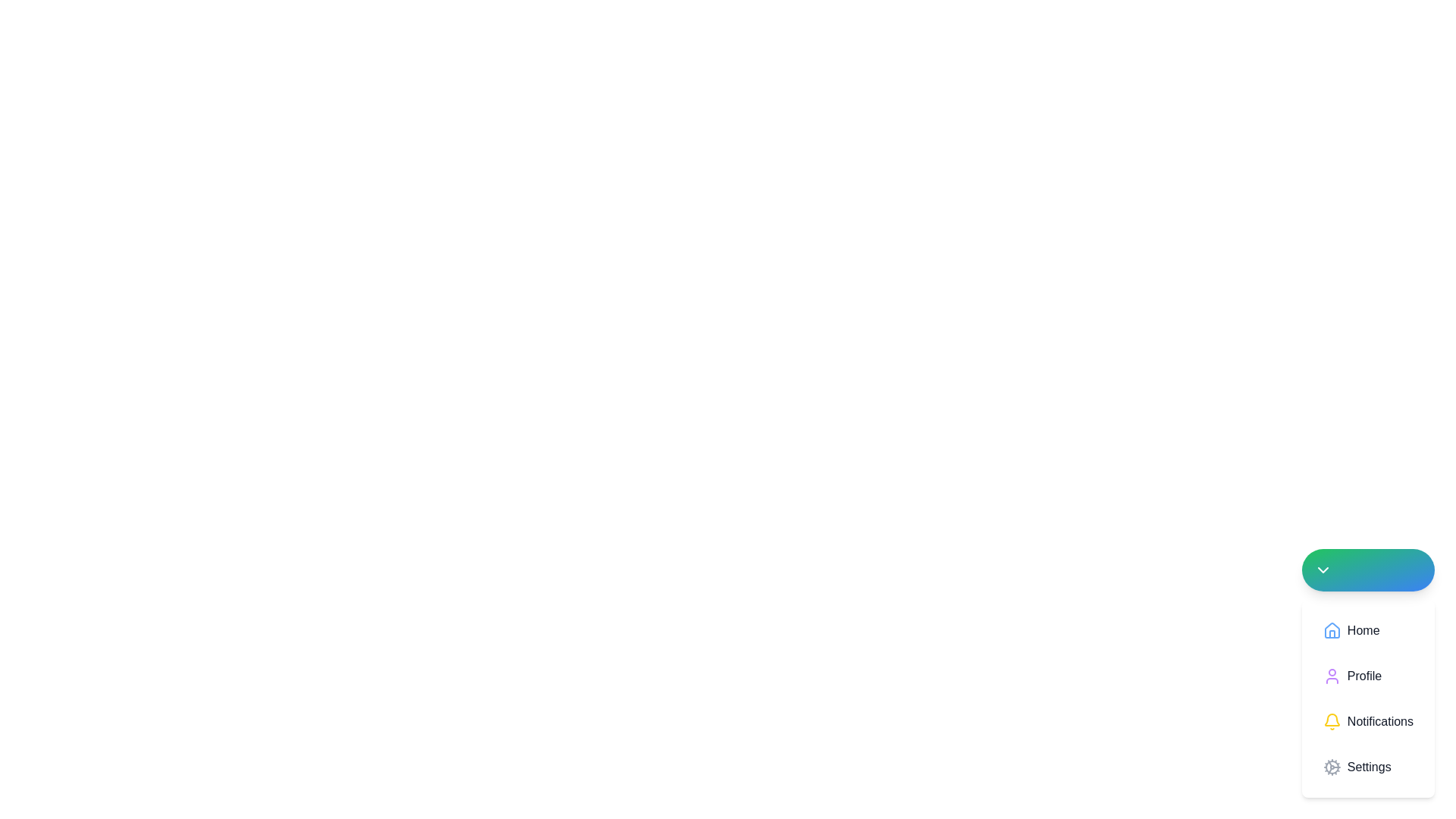 The height and width of the screenshot is (819, 1456). Describe the element at coordinates (1331, 631) in the screenshot. I see `the 'Home' icon (SVG) located in the vertical navigation menu, positioned to the left of the 'Home' text` at that location.